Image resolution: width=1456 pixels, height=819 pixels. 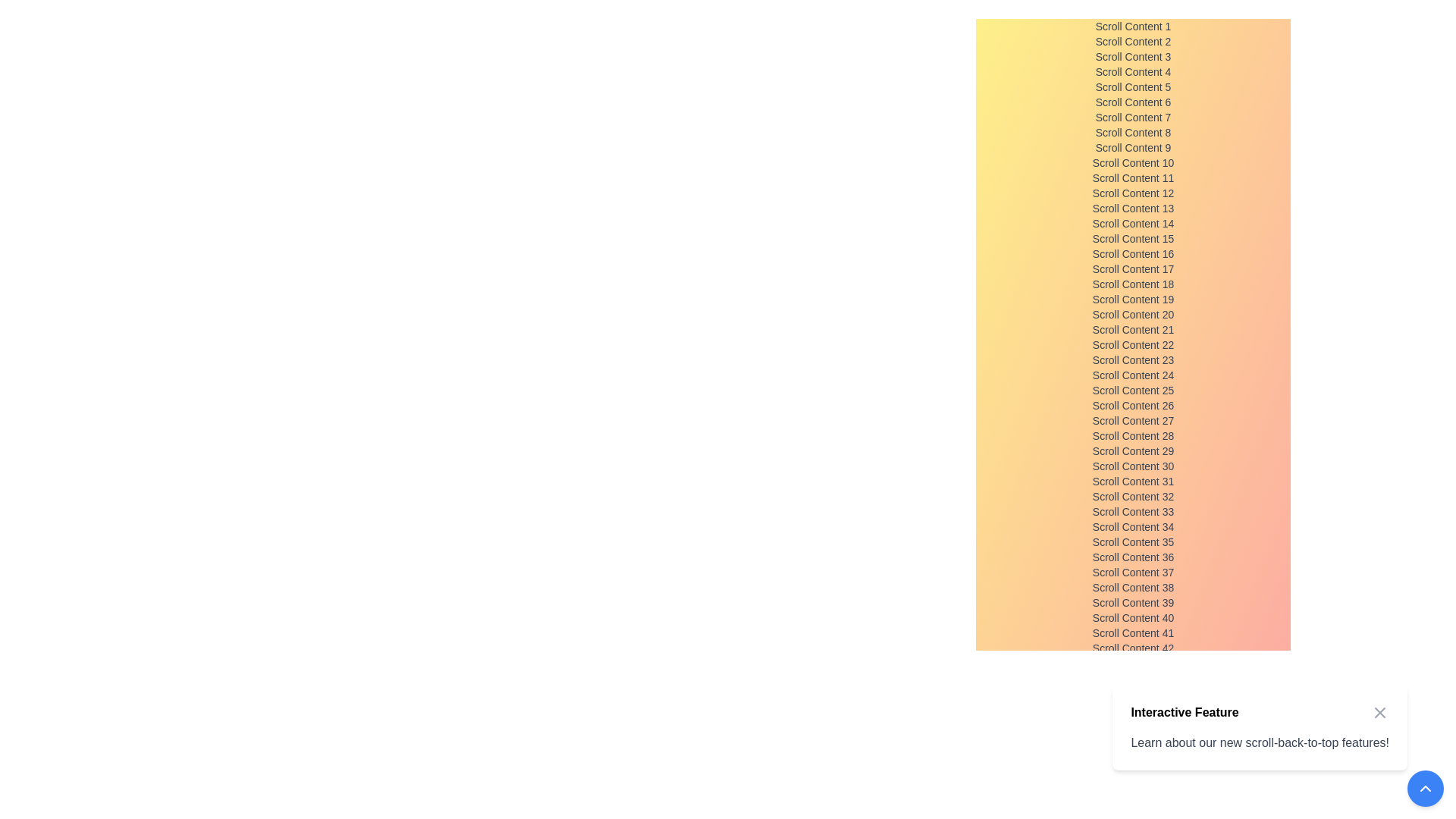 I want to click on the Text label displaying 'Scroll Content 26', which is styled in a small gray font against a yellow to red gradient background, located at the 26th position in a vertical list, so click(x=1133, y=405).